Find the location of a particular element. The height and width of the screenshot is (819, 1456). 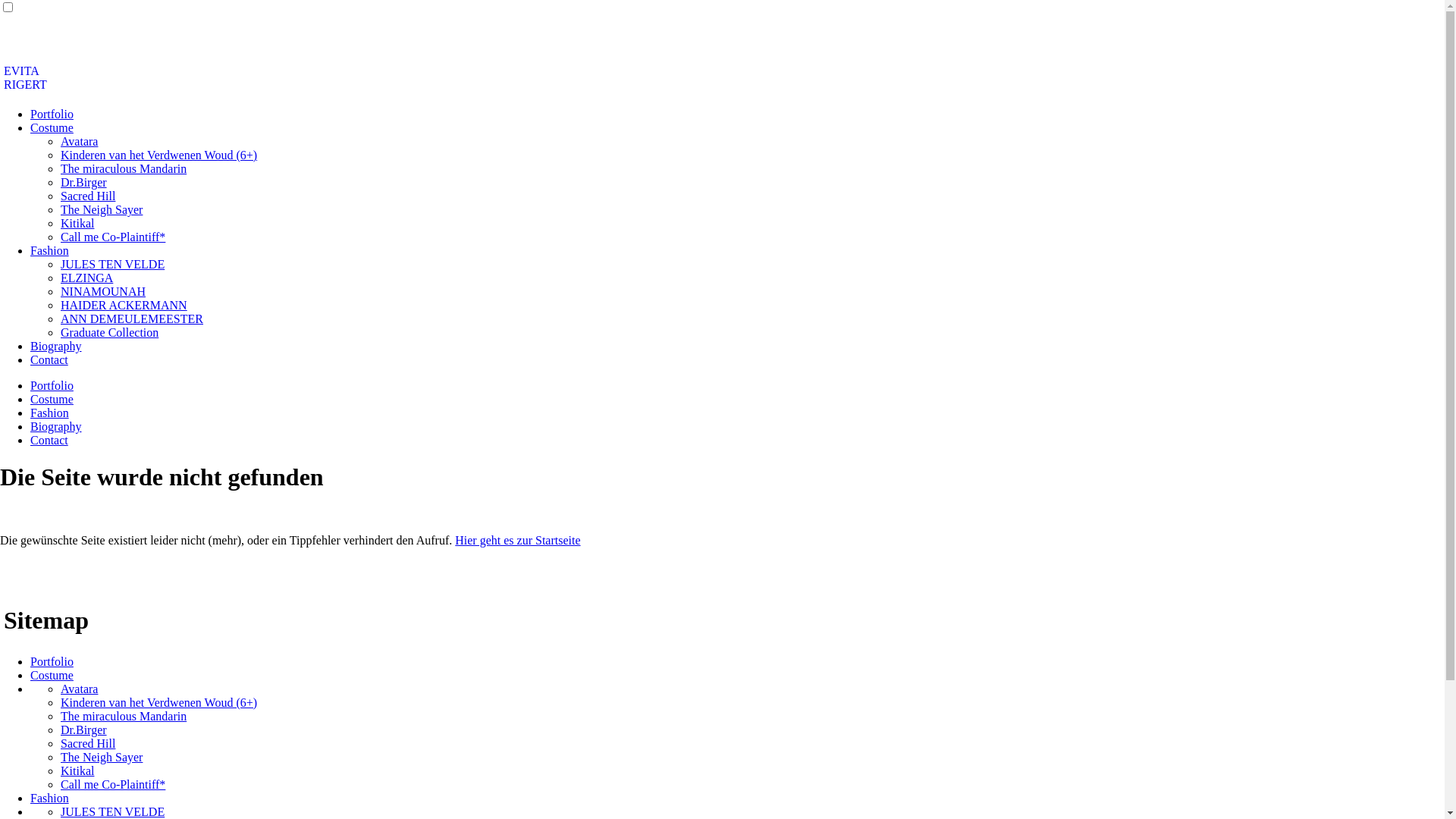

'Call me Co-Plaintiff*' is located at coordinates (61, 237).